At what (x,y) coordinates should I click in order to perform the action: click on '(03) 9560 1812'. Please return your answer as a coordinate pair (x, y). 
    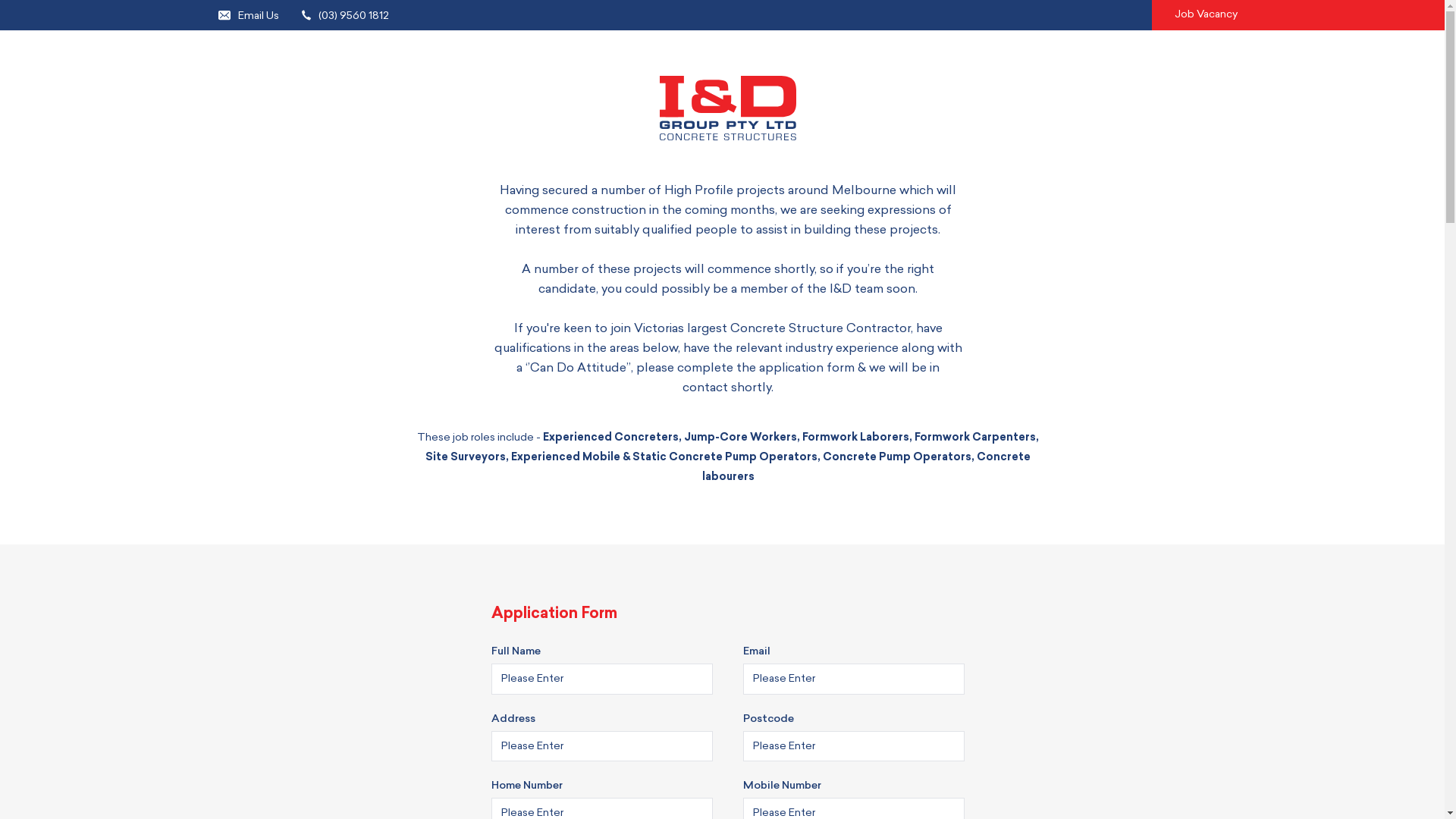
    Looking at the image, I should click on (302, 14).